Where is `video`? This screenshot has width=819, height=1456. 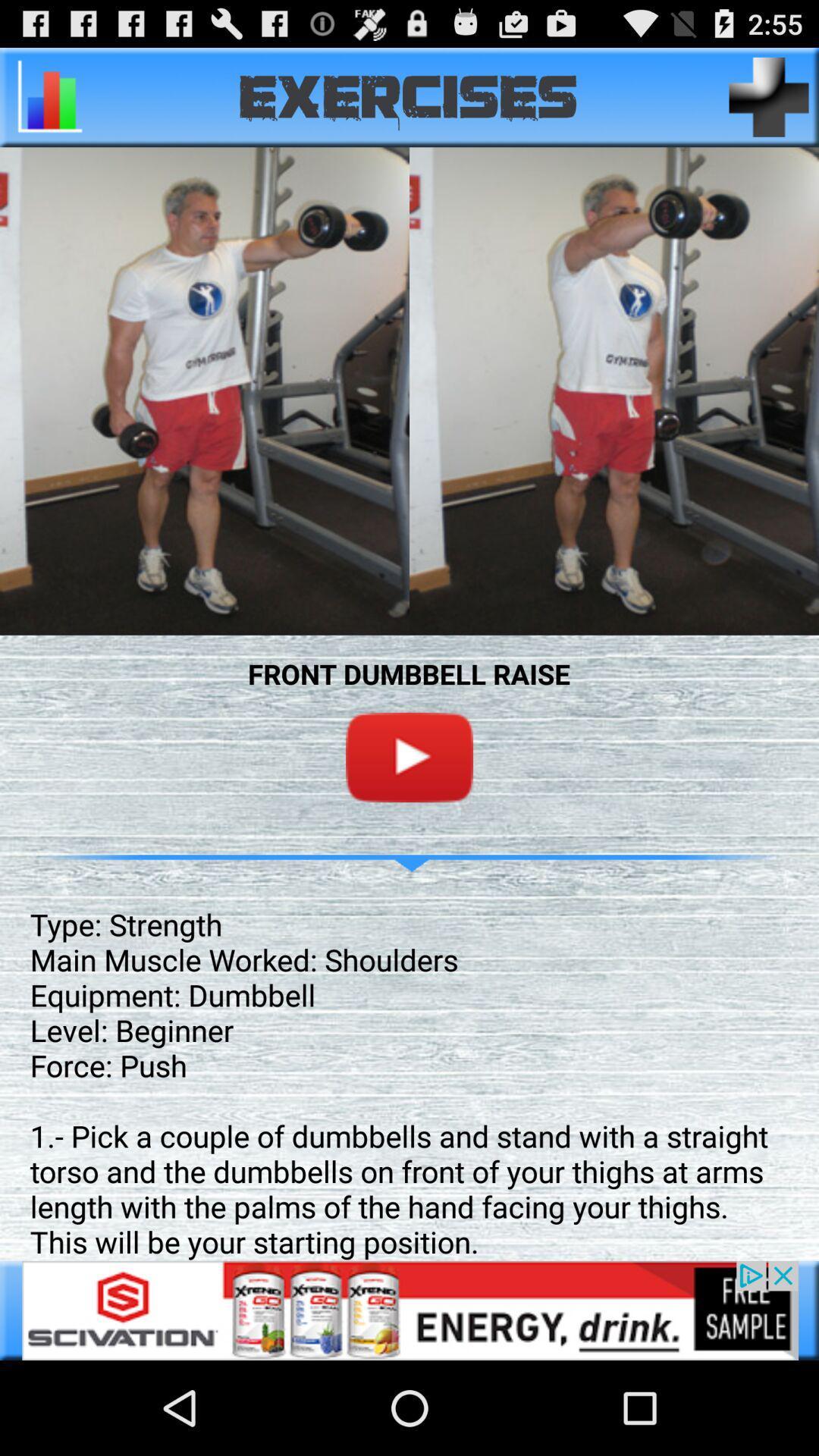
video is located at coordinates (409, 757).